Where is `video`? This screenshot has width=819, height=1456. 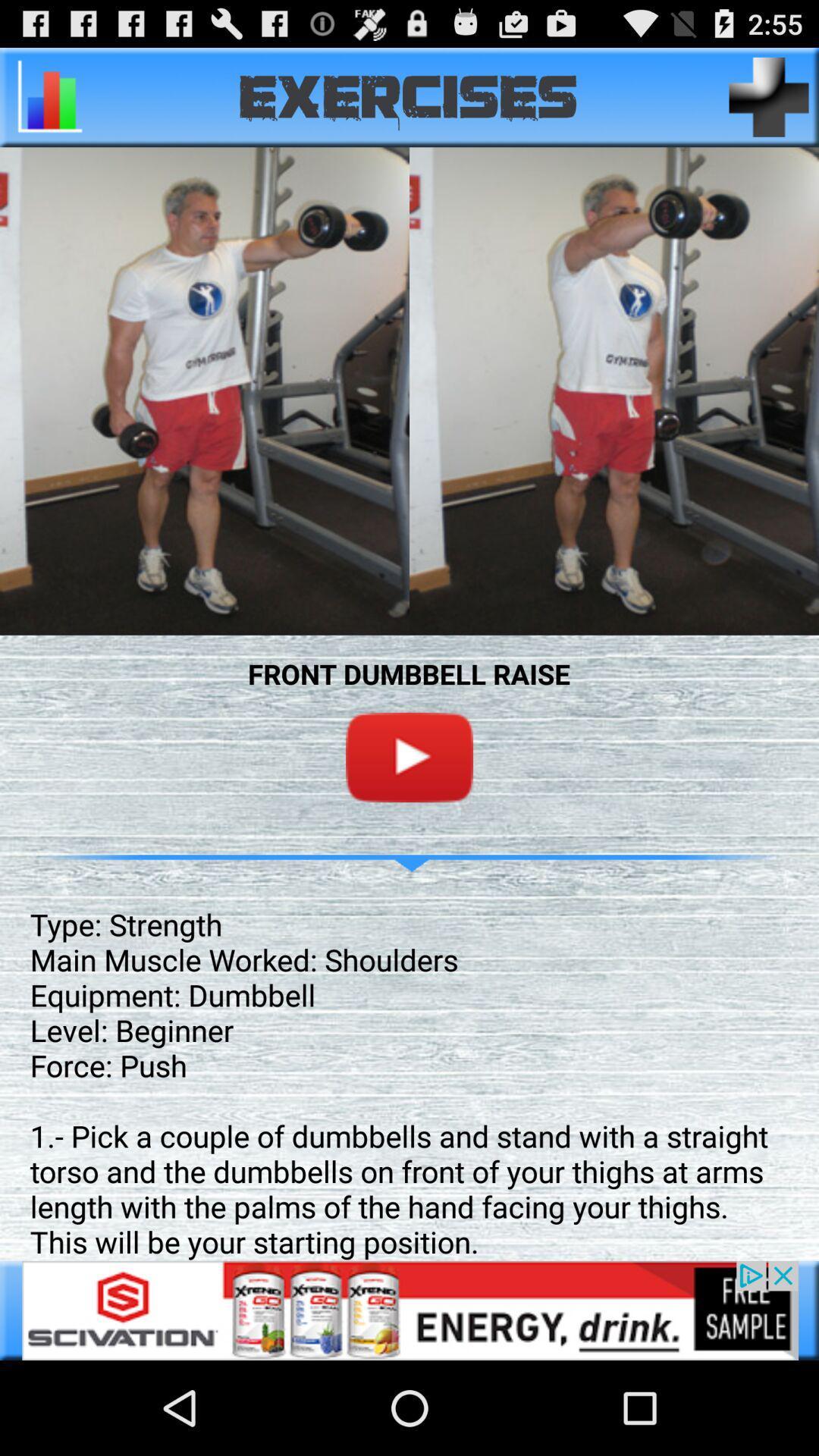
video is located at coordinates (409, 757).